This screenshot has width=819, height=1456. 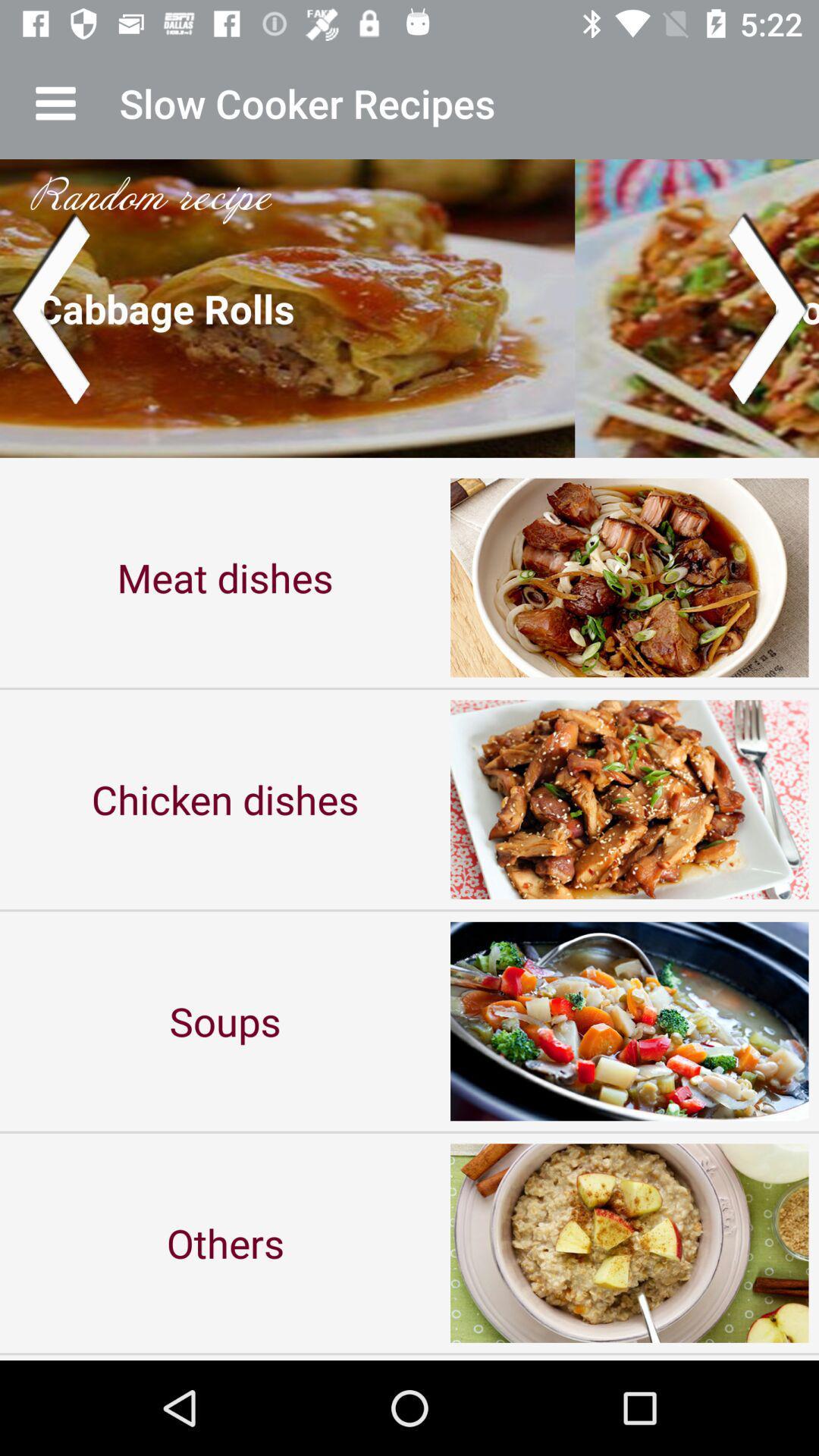 I want to click on next, so click(x=769, y=307).